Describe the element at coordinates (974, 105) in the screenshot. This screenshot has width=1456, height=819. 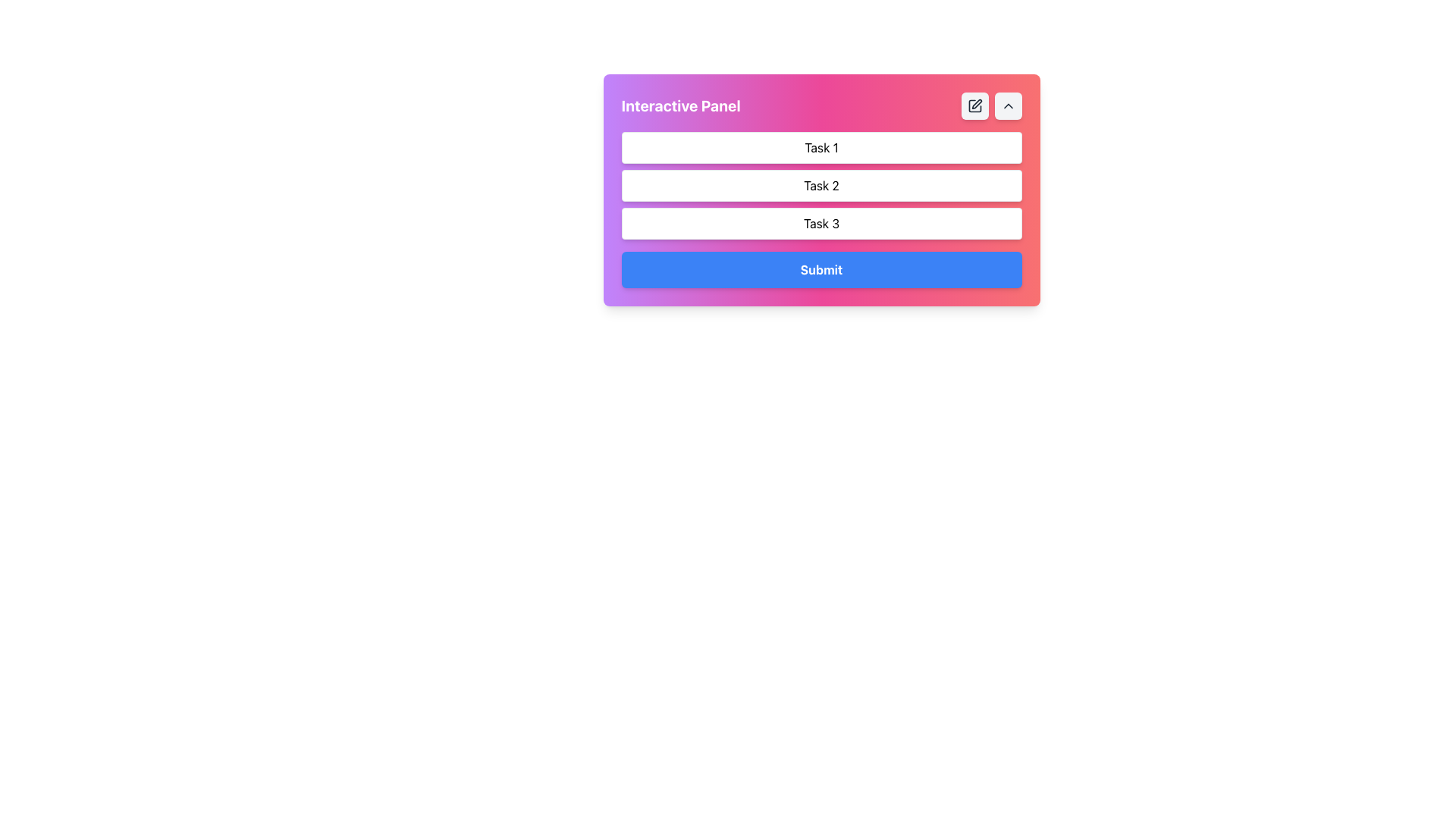
I see `the square-shaped icon with a hollow interior and a border located at the top-right corner of the 'Interactive Panel', adjacent` at that location.